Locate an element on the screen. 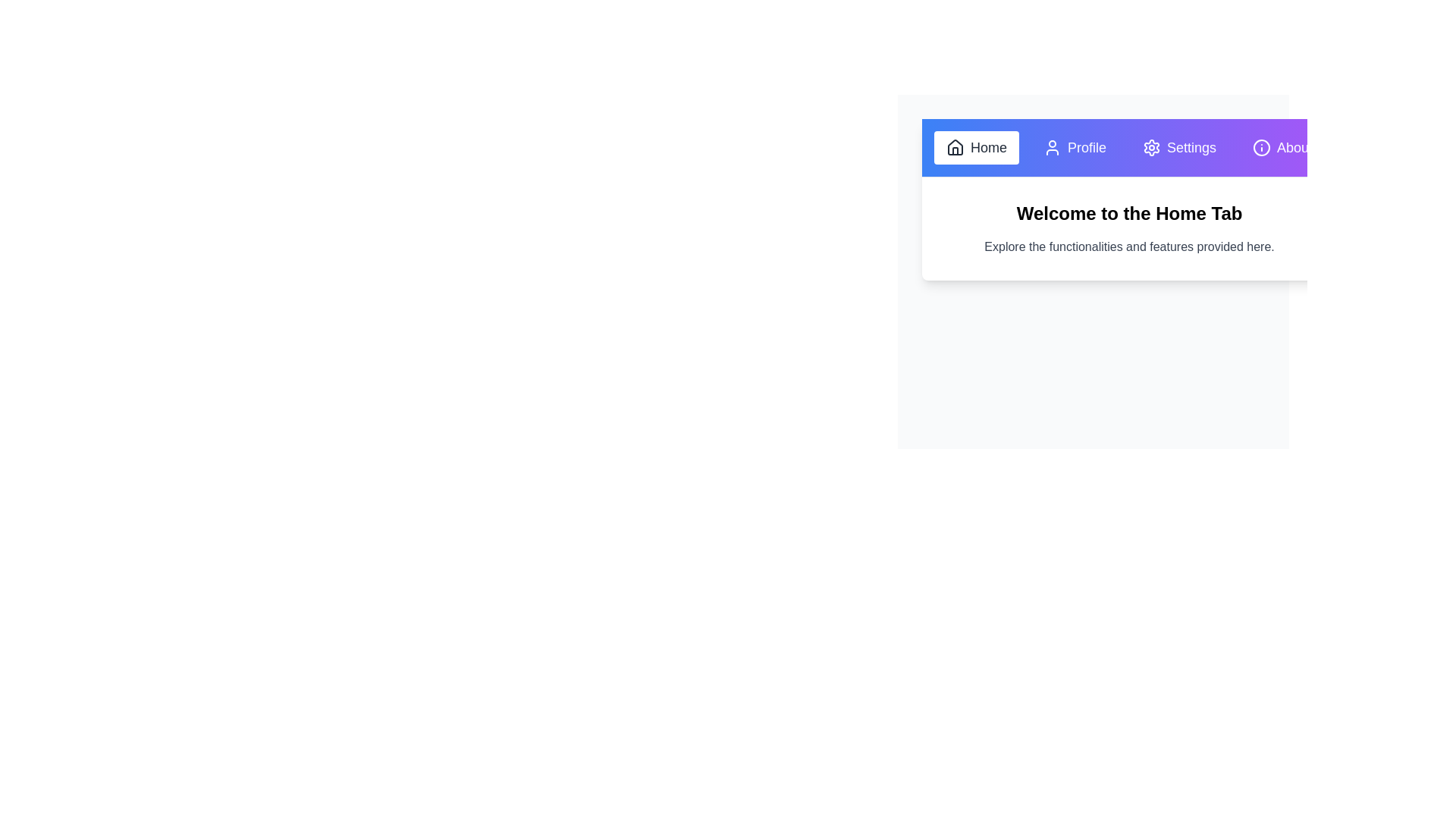 The height and width of the screenshot is (819, 1456). the home link icon located in the top-left section of the navigation menu, positioned to the left of the text 'Home' is located at coordinates (954, 148).